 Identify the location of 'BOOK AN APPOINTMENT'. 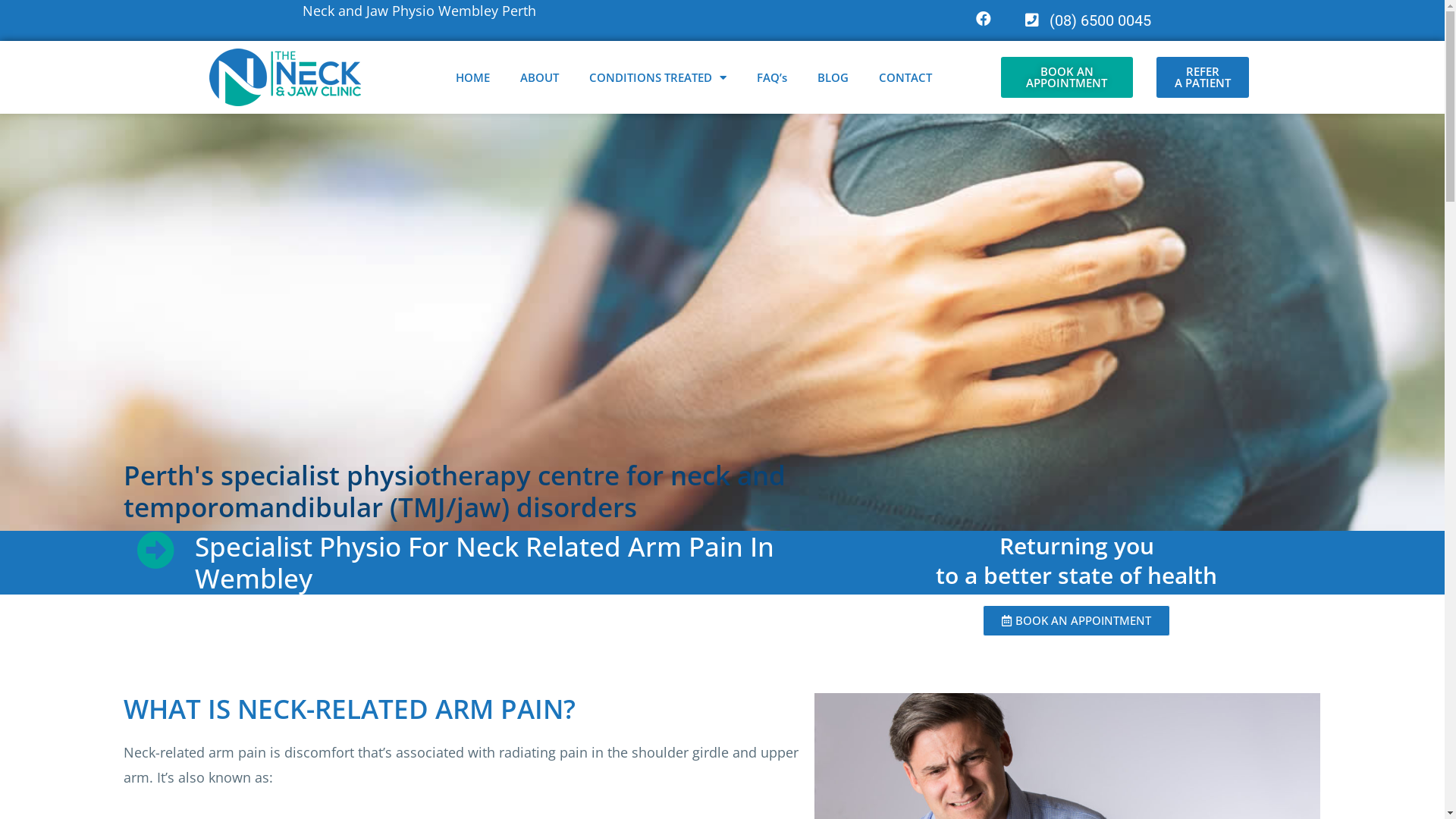
(1075, 620).